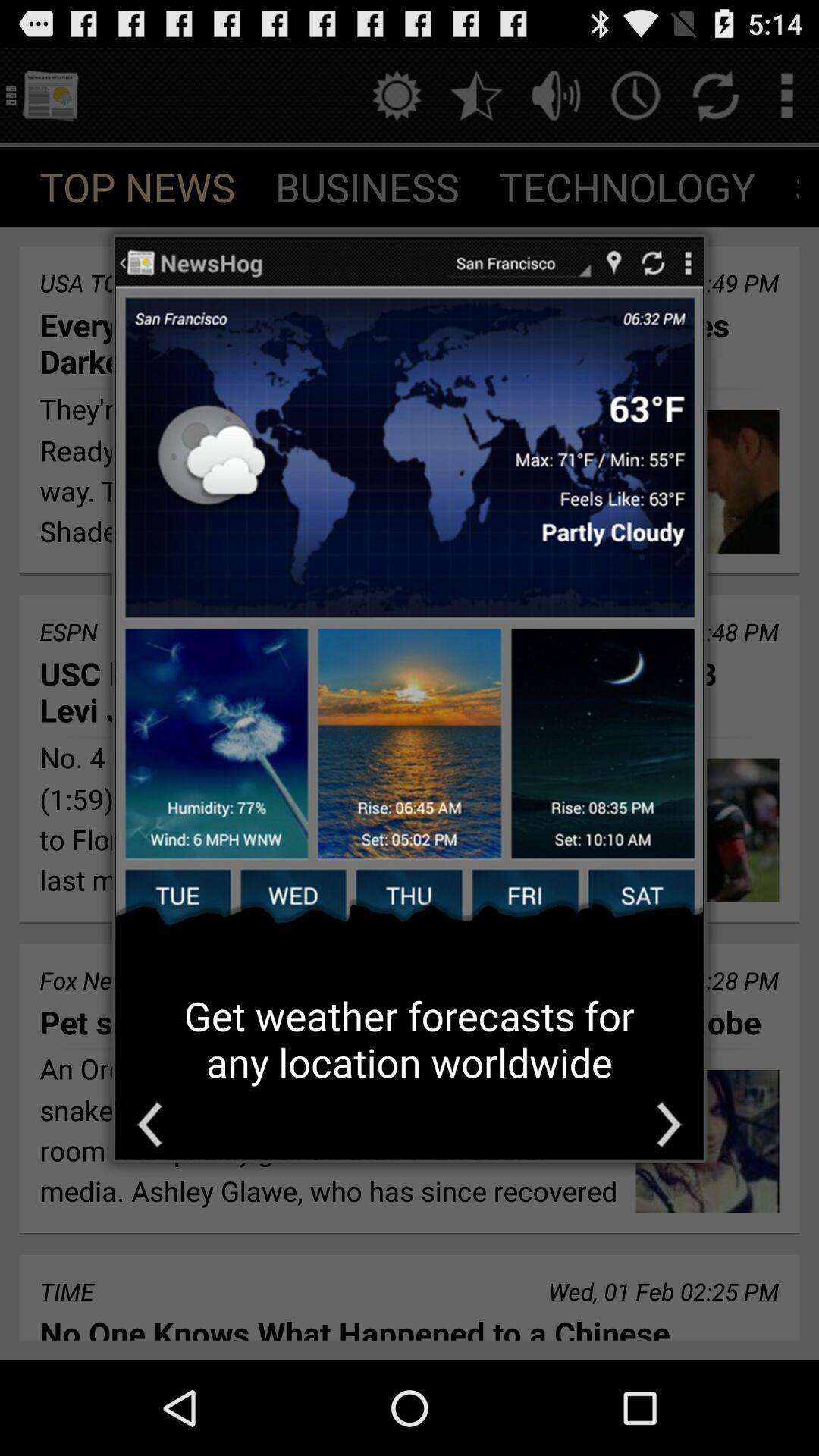  Describe the element at coordinates (149, 1125) in the screenshot. I see `previous option` at that location.